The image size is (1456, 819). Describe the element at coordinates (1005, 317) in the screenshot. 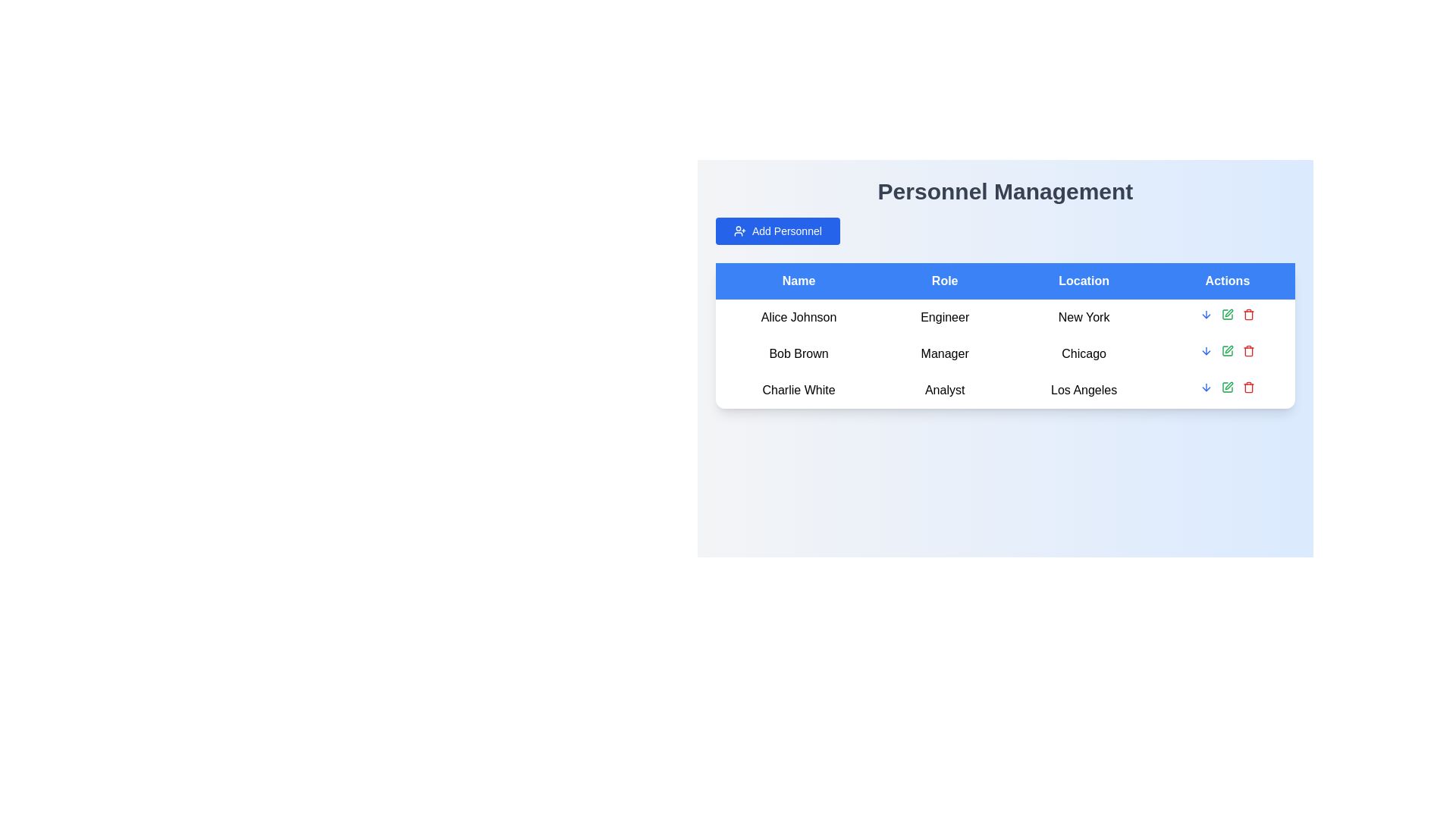

I see `to select the first row in the personnel management table, which contains details of an individual including their name, role, and location` at that location.